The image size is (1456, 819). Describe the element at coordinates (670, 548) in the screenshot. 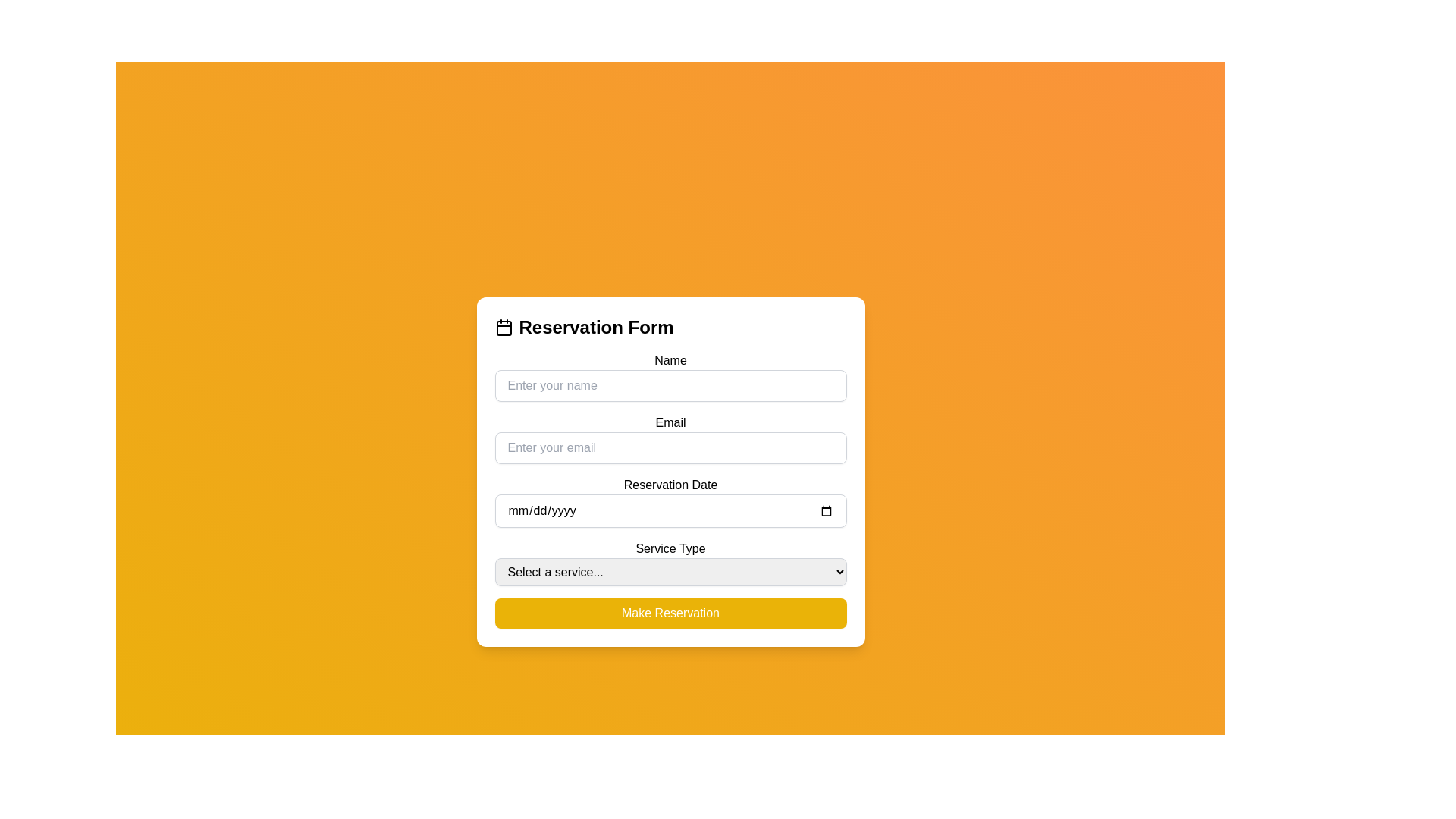

I see `the 'Service Type' label, which is a bold label positioned directly above the dropdown menu labeled 'Select a service...' in a vertically stacked form layout` at that location.